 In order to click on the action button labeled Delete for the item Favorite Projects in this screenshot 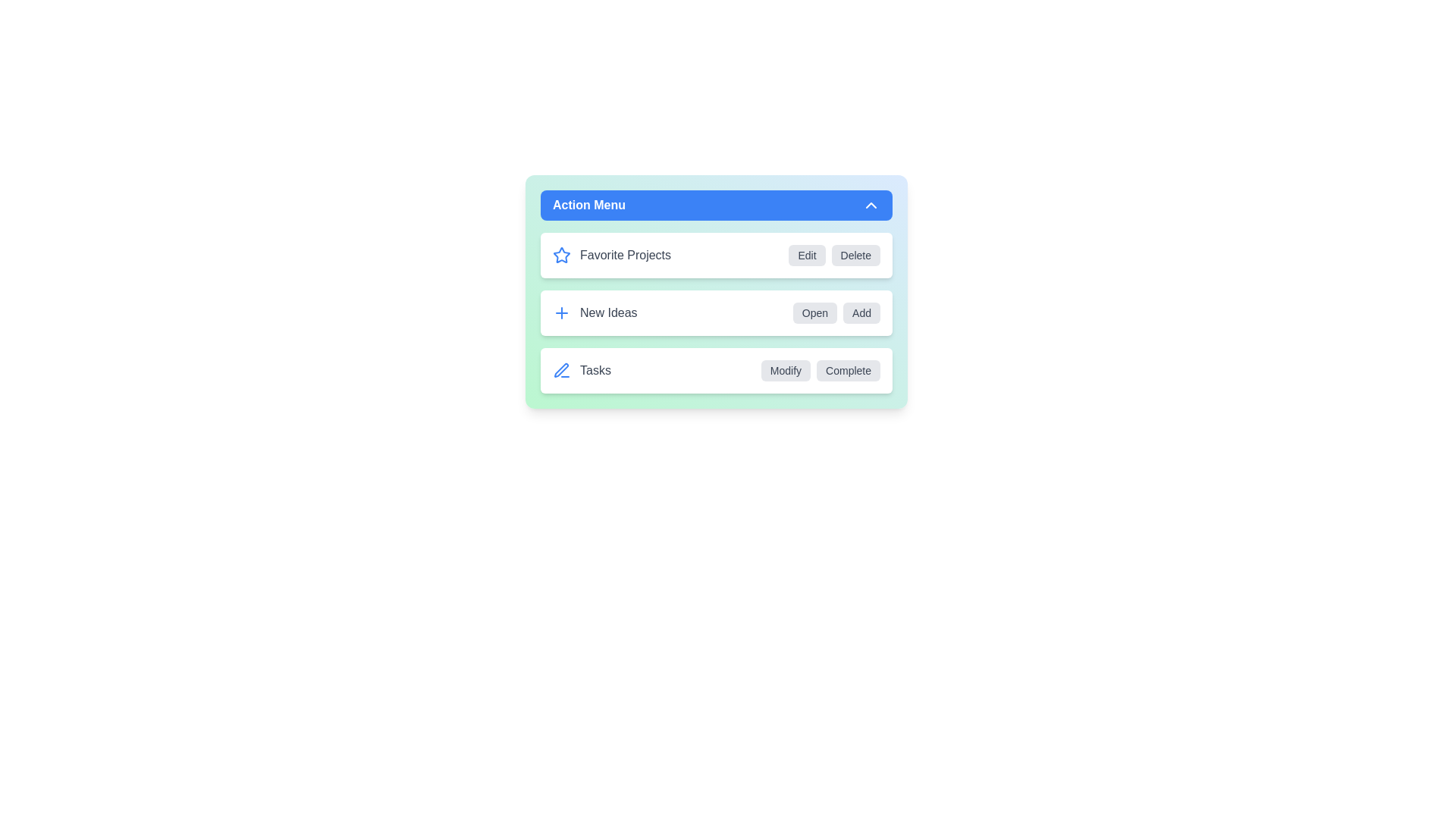, I will do `click(855, 254)`.